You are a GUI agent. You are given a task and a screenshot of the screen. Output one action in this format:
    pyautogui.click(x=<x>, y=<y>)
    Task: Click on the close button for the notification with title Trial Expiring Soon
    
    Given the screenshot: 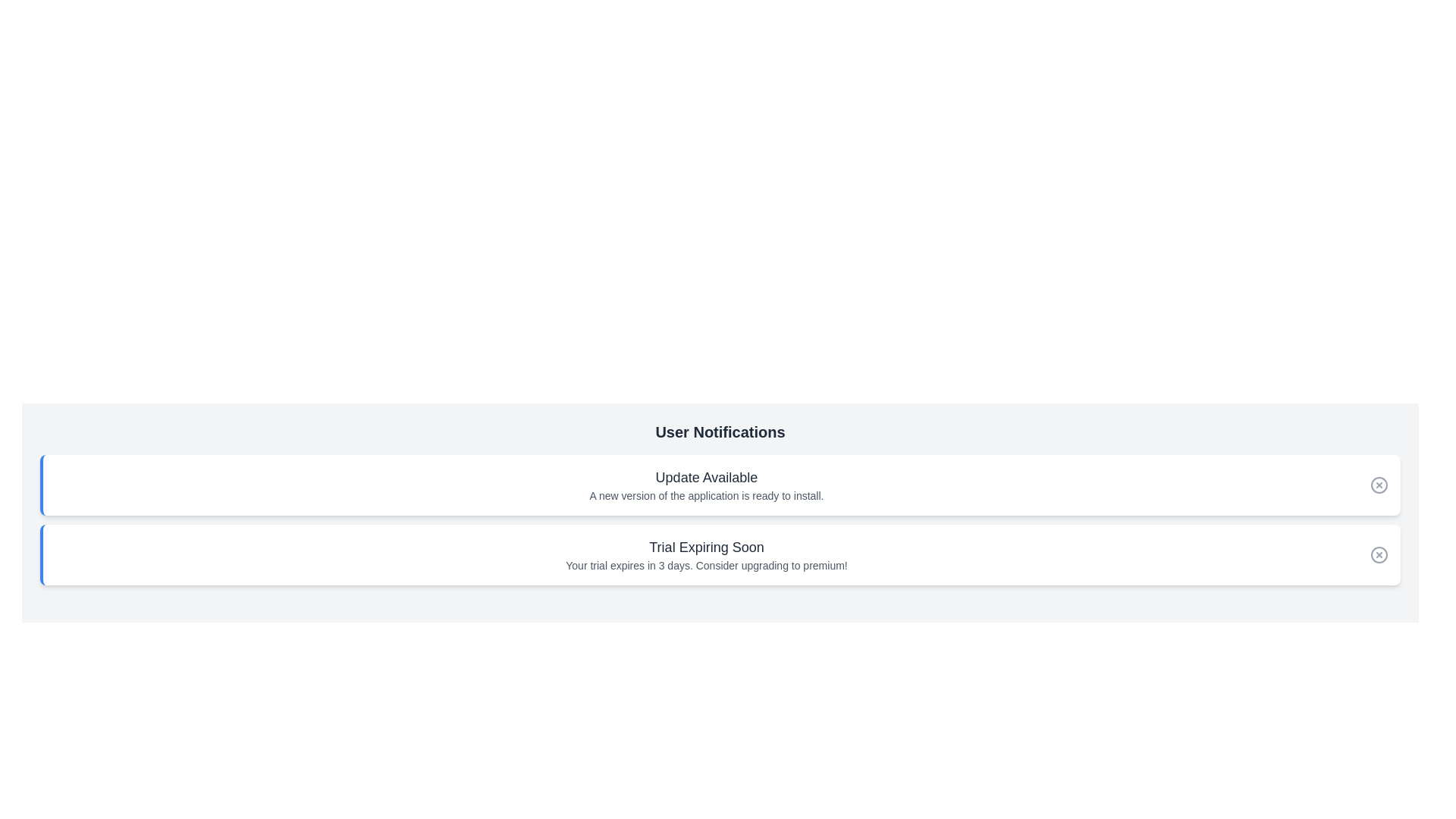 What is the action you would take?
    pyautogui.click(x=1379, y=555)
    